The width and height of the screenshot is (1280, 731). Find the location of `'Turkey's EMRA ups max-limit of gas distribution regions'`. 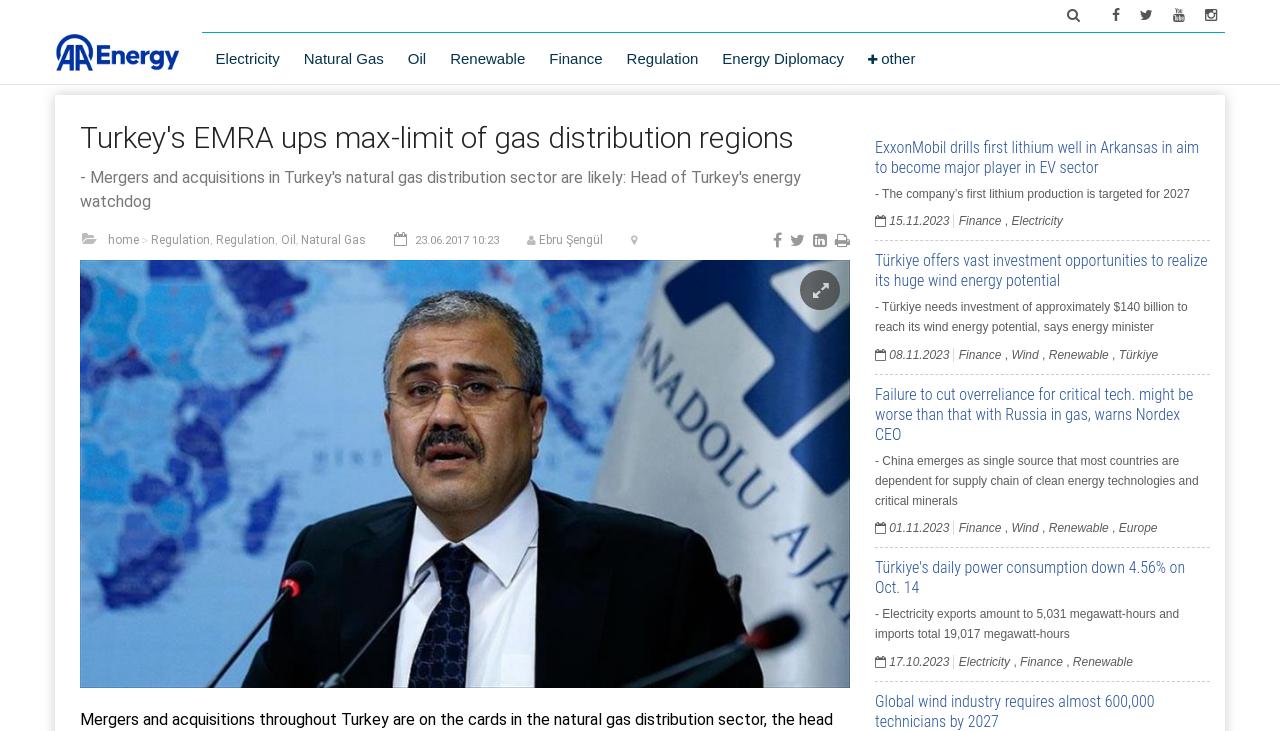

'Turkey's EMRA ups max-limit of gas distribution regions' is located at coordinates (80, 137).